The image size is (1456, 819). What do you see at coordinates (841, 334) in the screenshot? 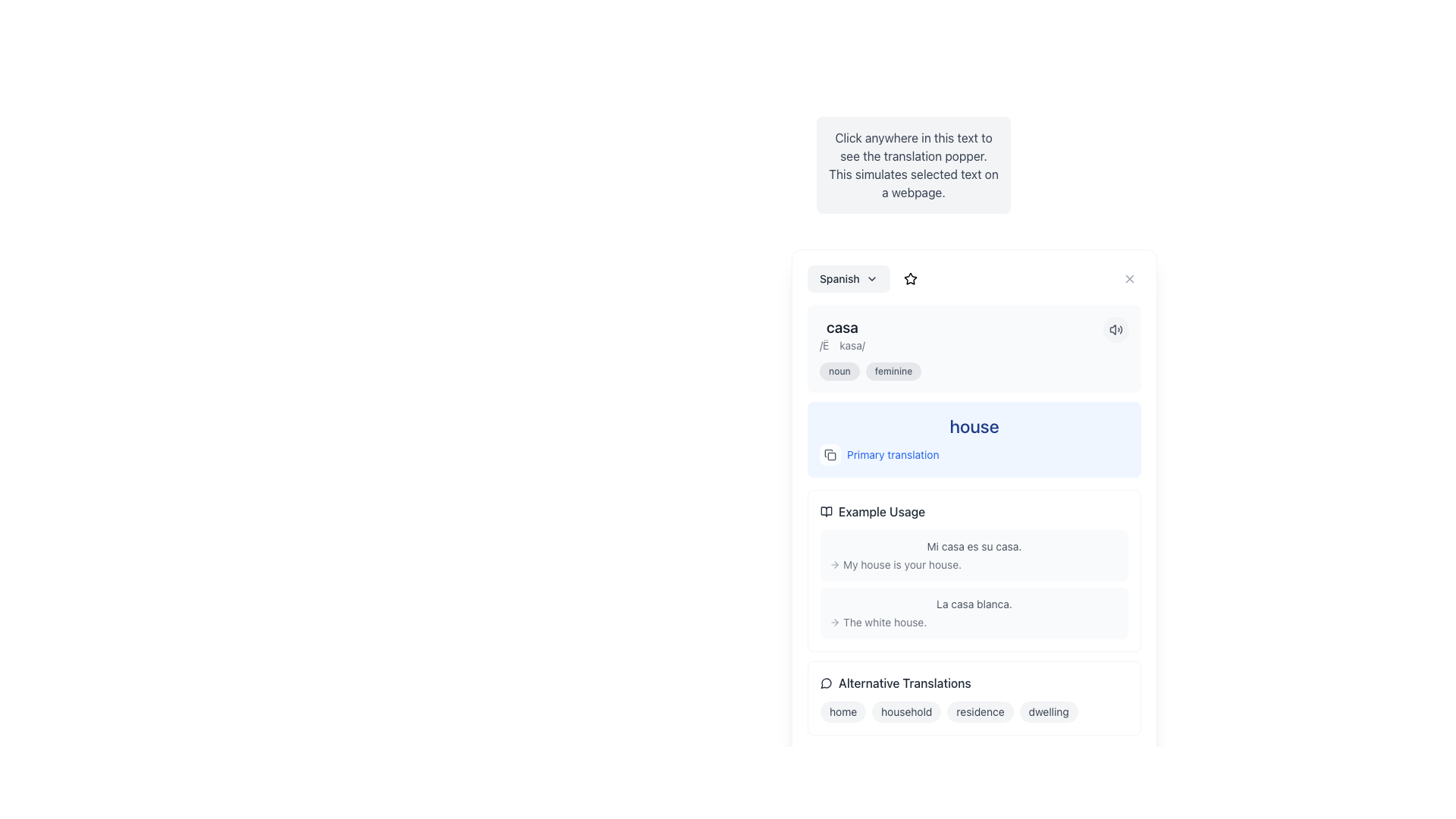
I see `displayed text, which consists of the word 'casa' in bold dark gray and the phonetic pronunciation '/Ëˆkasa/' in lighter gray, located near the top-left of the display pane` at bounding box center [841, 334].